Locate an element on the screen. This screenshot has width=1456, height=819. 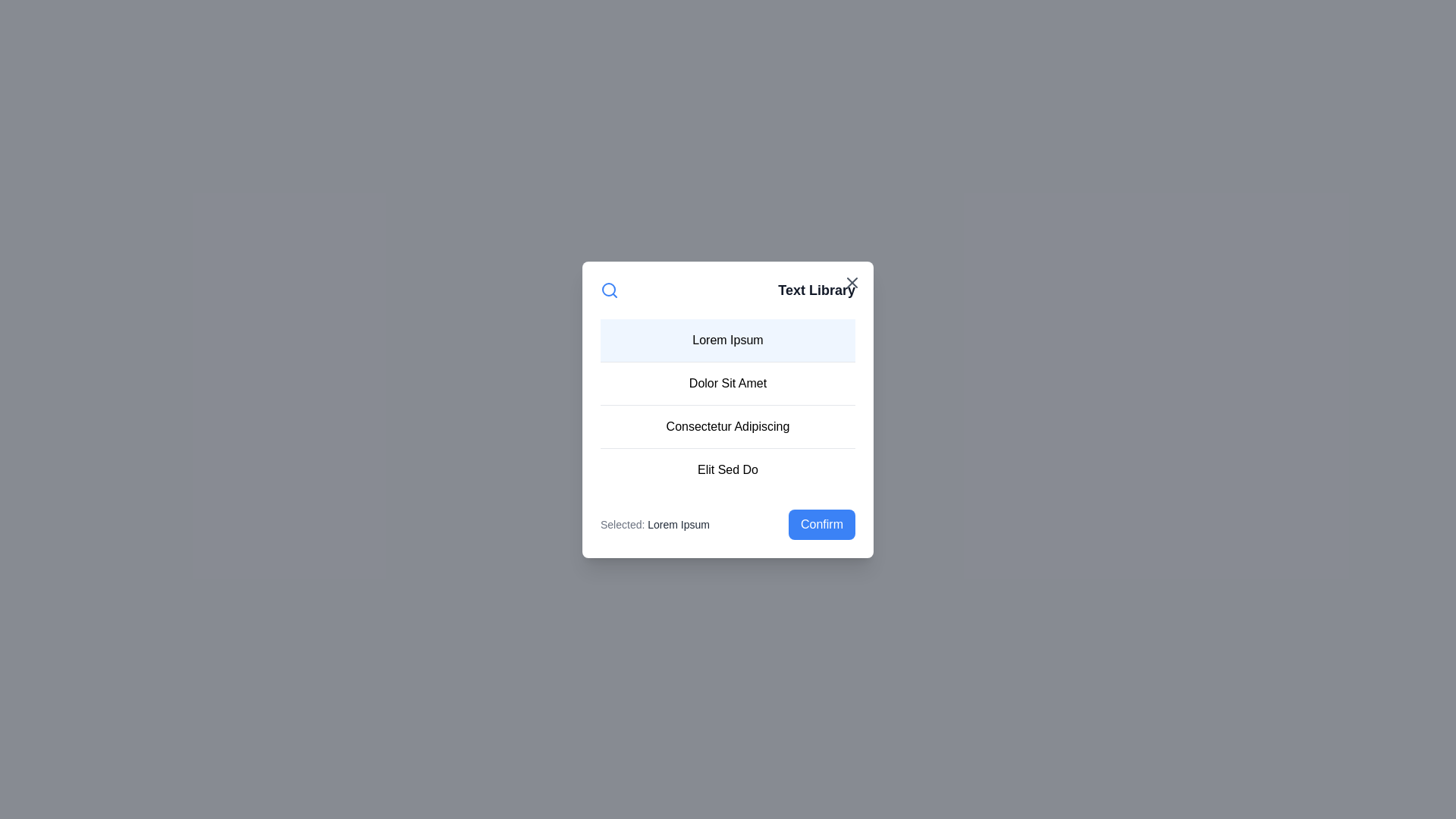
the list item corresponding to Lorem Ipsum to select it is located at coordinates (728, 339).